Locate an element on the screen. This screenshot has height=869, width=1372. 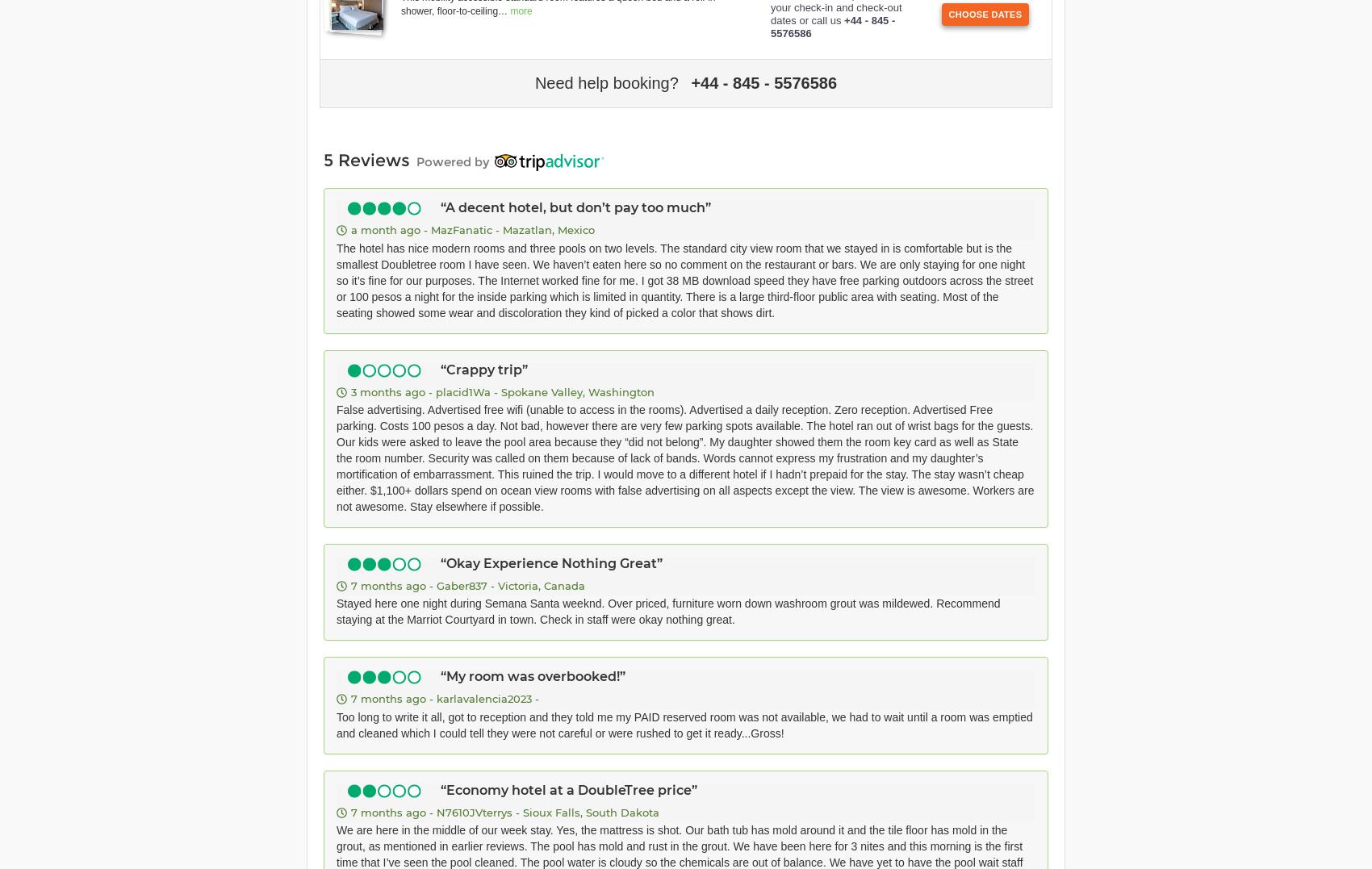
'Economy hotel at a DoubleTree price' is located at coordinates (568, 789).